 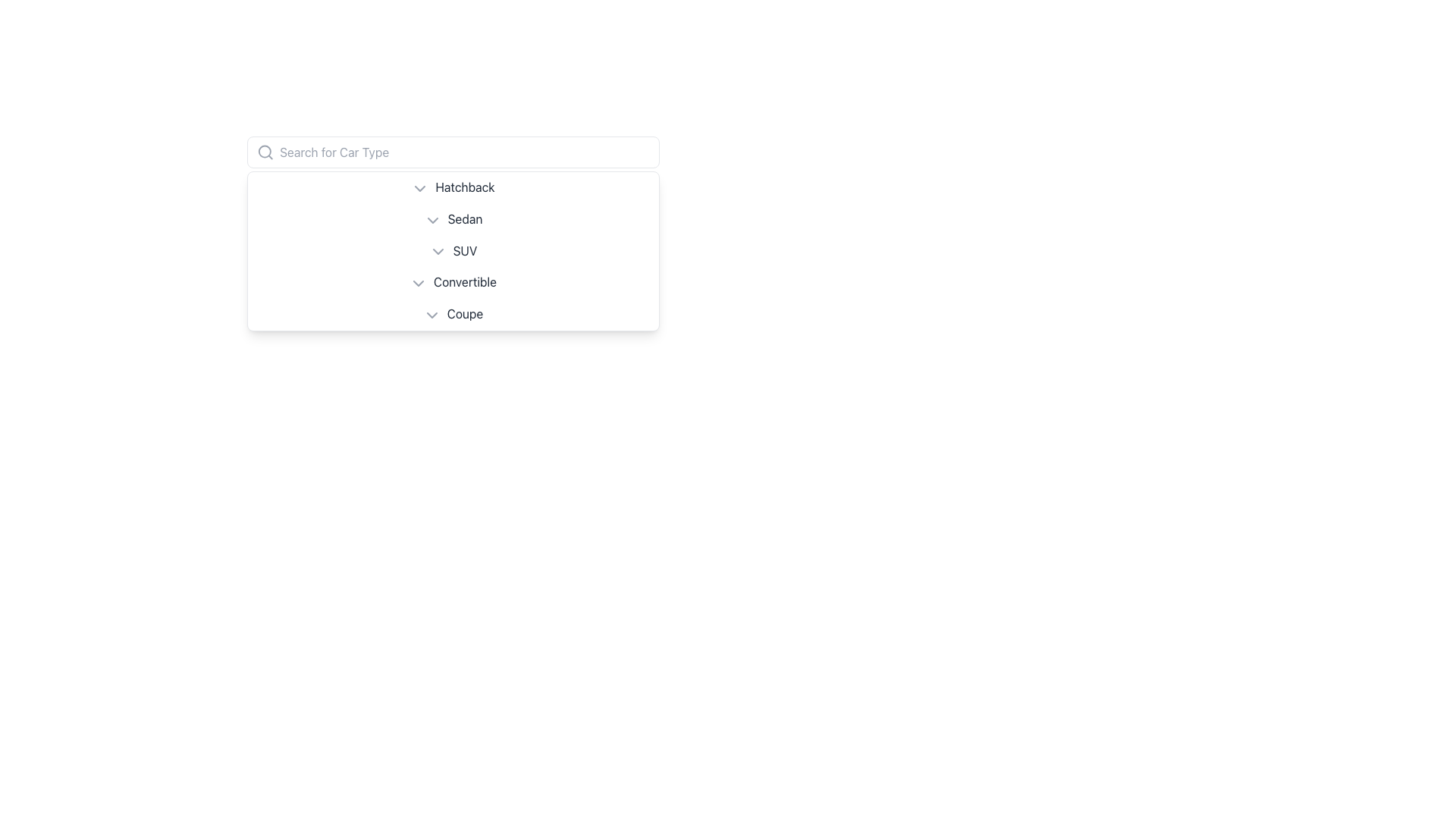 I want to click on the chevron icon located to the left of the 'SUV' text in the dropdown menu, so click(x=437, y=251).